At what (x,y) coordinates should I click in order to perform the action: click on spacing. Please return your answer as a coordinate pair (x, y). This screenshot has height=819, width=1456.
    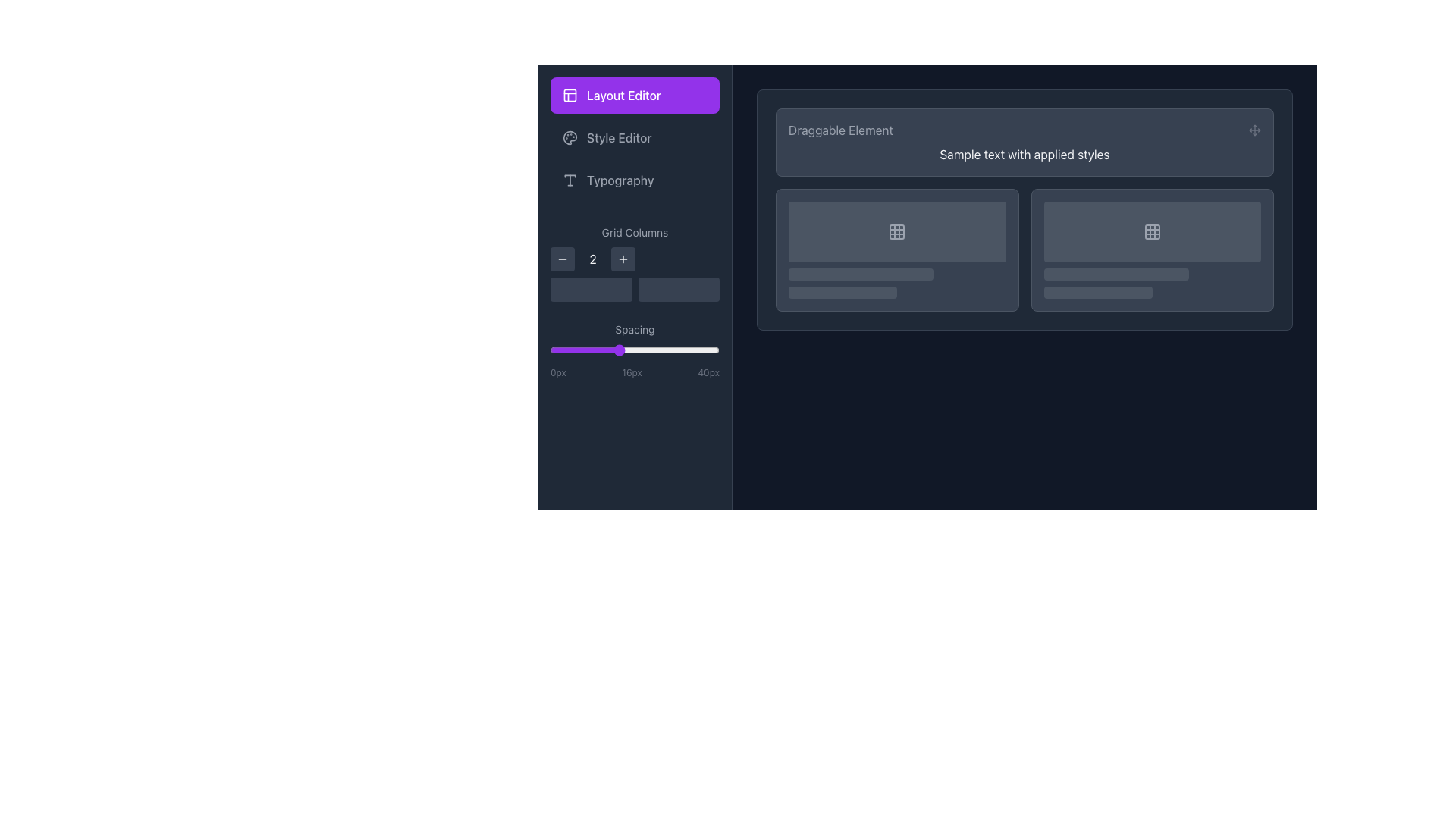
    Looking at the image, I should click on (648, 350).